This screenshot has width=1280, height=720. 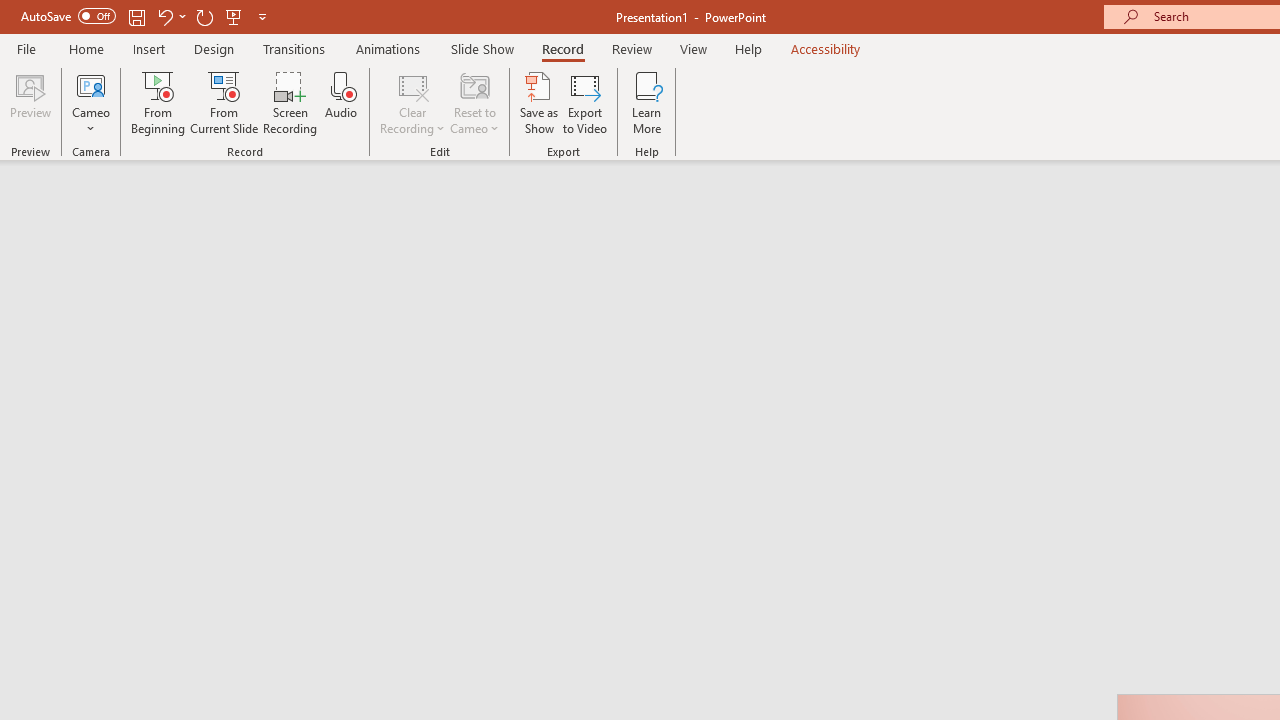 I want to click on 'Export to Video', so click(x=584, y=103).